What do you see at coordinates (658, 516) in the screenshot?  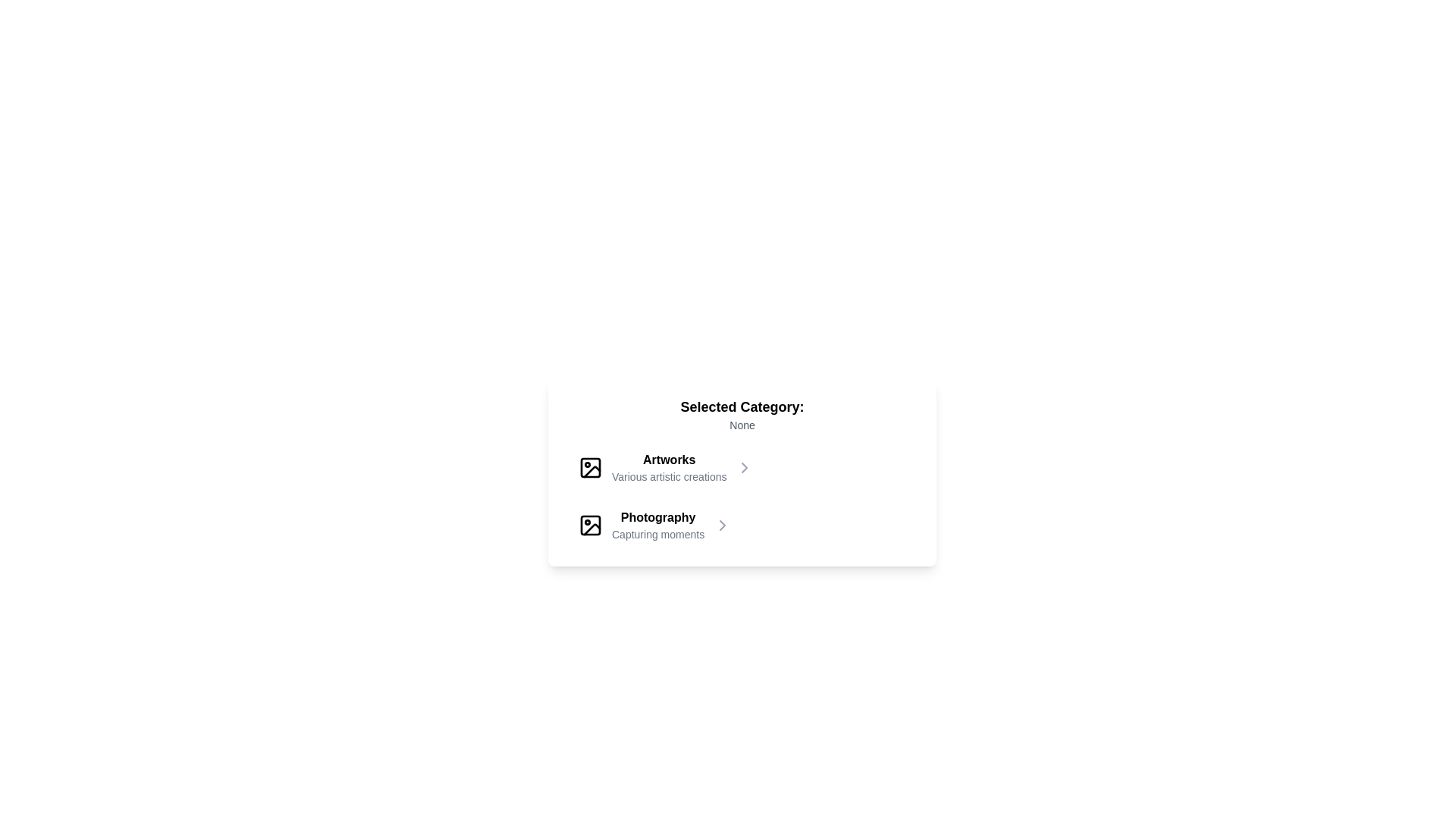 I see `text of the 'Photography' label, which serves as the title for a category that organizes content thematically for user navigation` at bounding box center [658, 516].